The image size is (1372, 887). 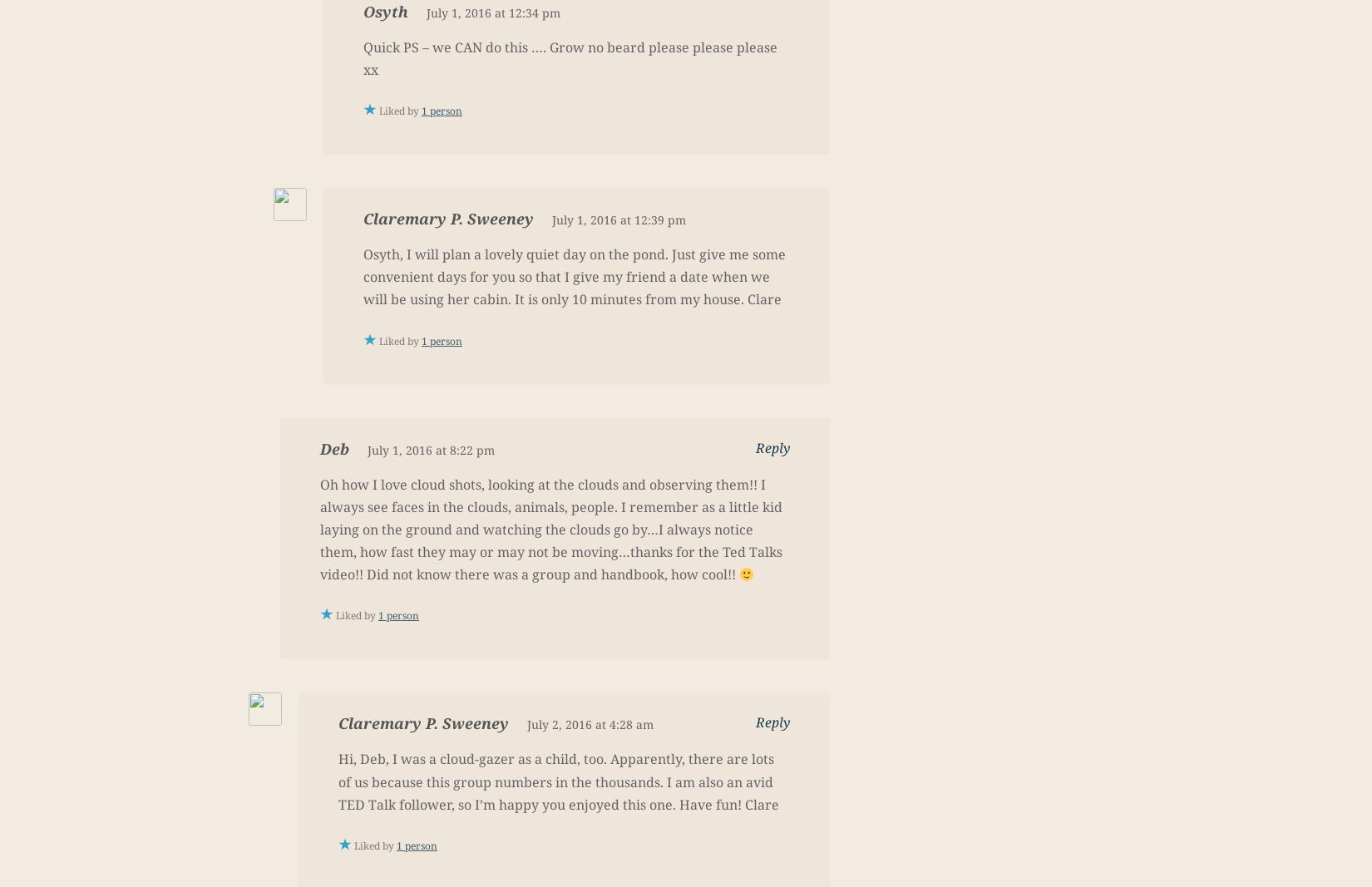 I want to click on 'Quick PS – we CAN do this …. Grow no beard please please please xx', so click(x=570, y=57).